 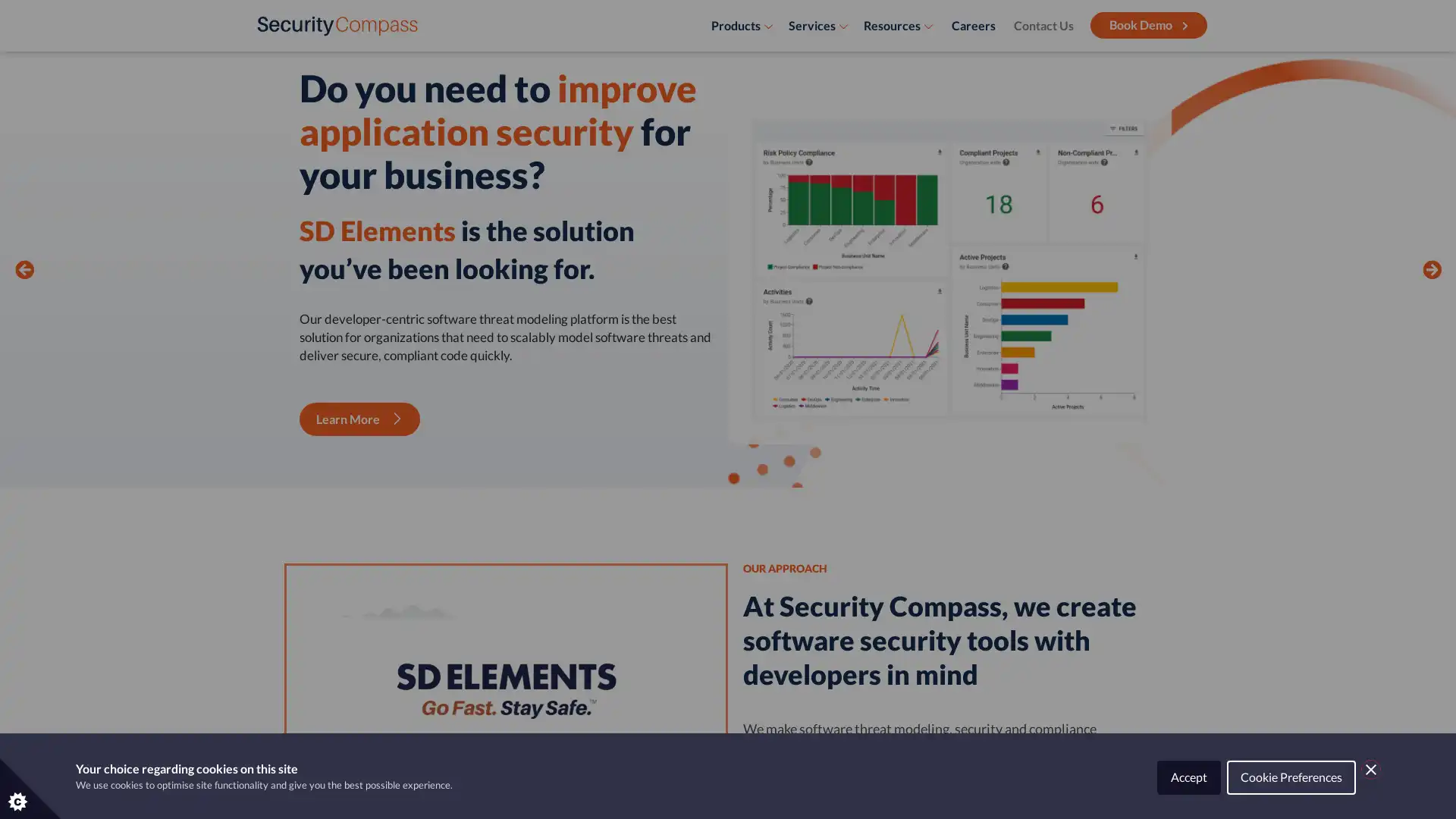 What do you see at coordinates (1371, 769) in the screenshot?
I see `Close` at bounding box center [1371, 769].